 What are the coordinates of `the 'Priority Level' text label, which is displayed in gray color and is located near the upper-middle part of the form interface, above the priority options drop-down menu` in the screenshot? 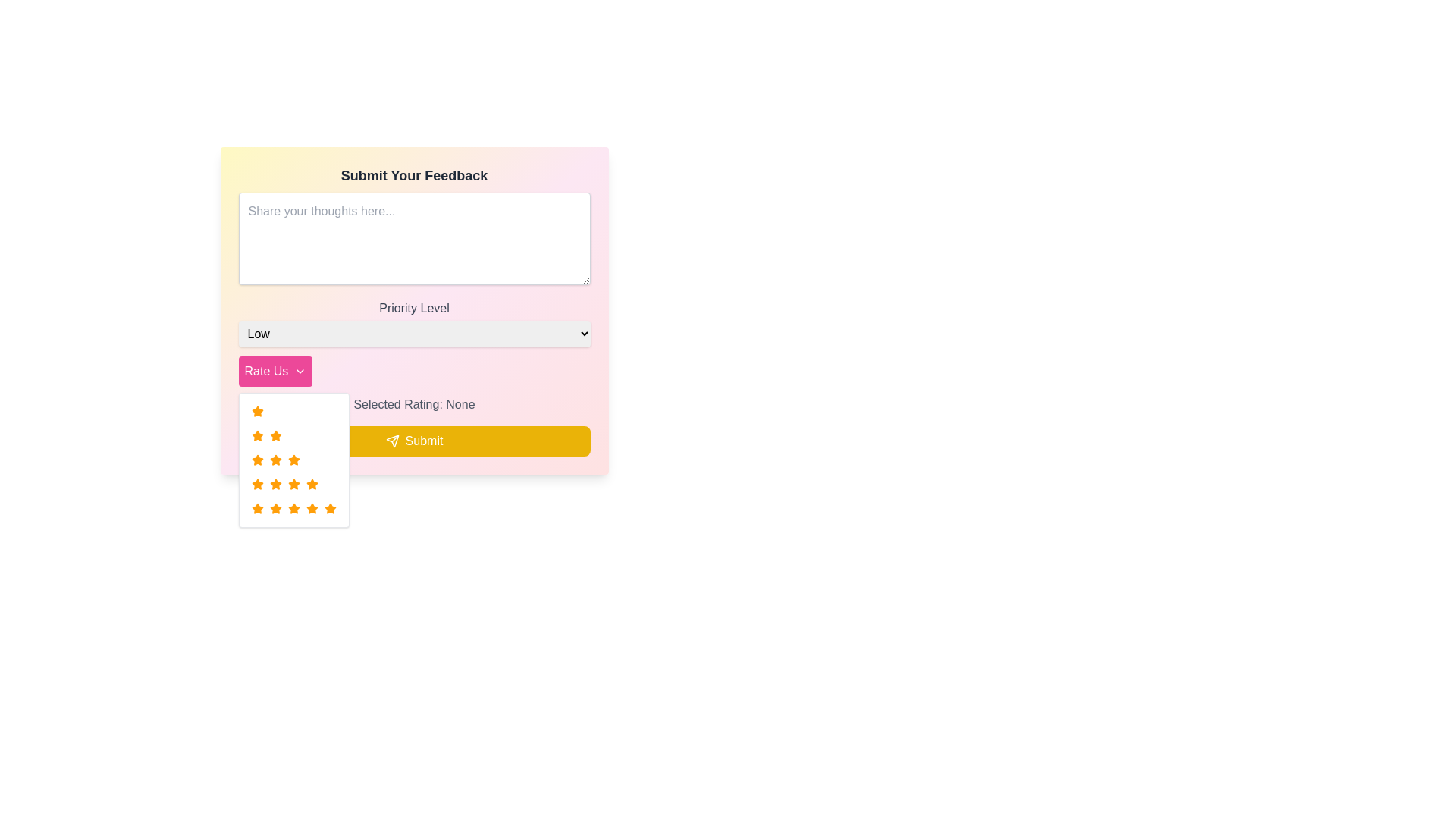 It's located at (414, 308).